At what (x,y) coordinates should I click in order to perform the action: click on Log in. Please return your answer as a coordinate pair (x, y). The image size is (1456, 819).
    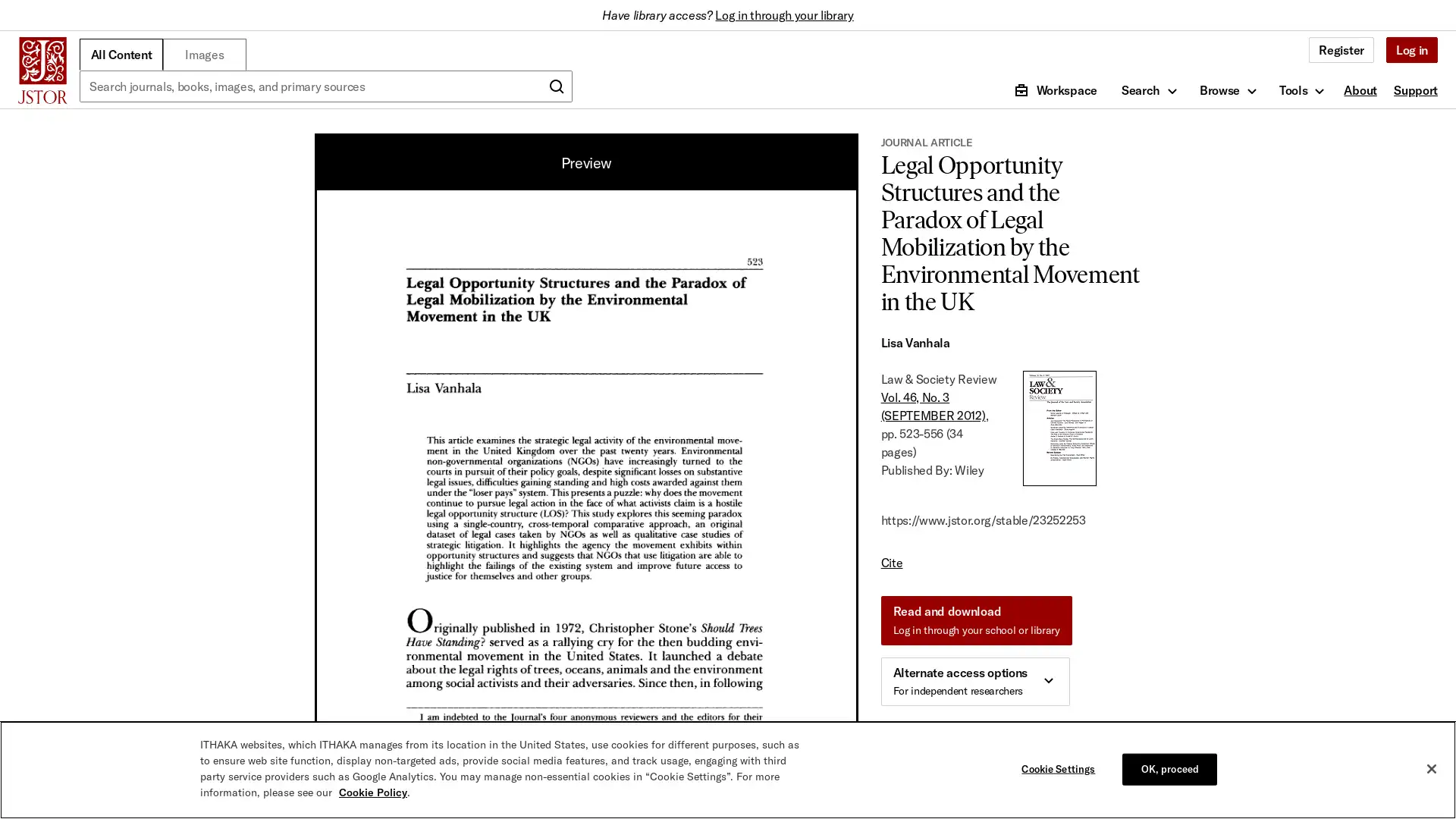
    Looking at the image, I should click on (1410, 49).